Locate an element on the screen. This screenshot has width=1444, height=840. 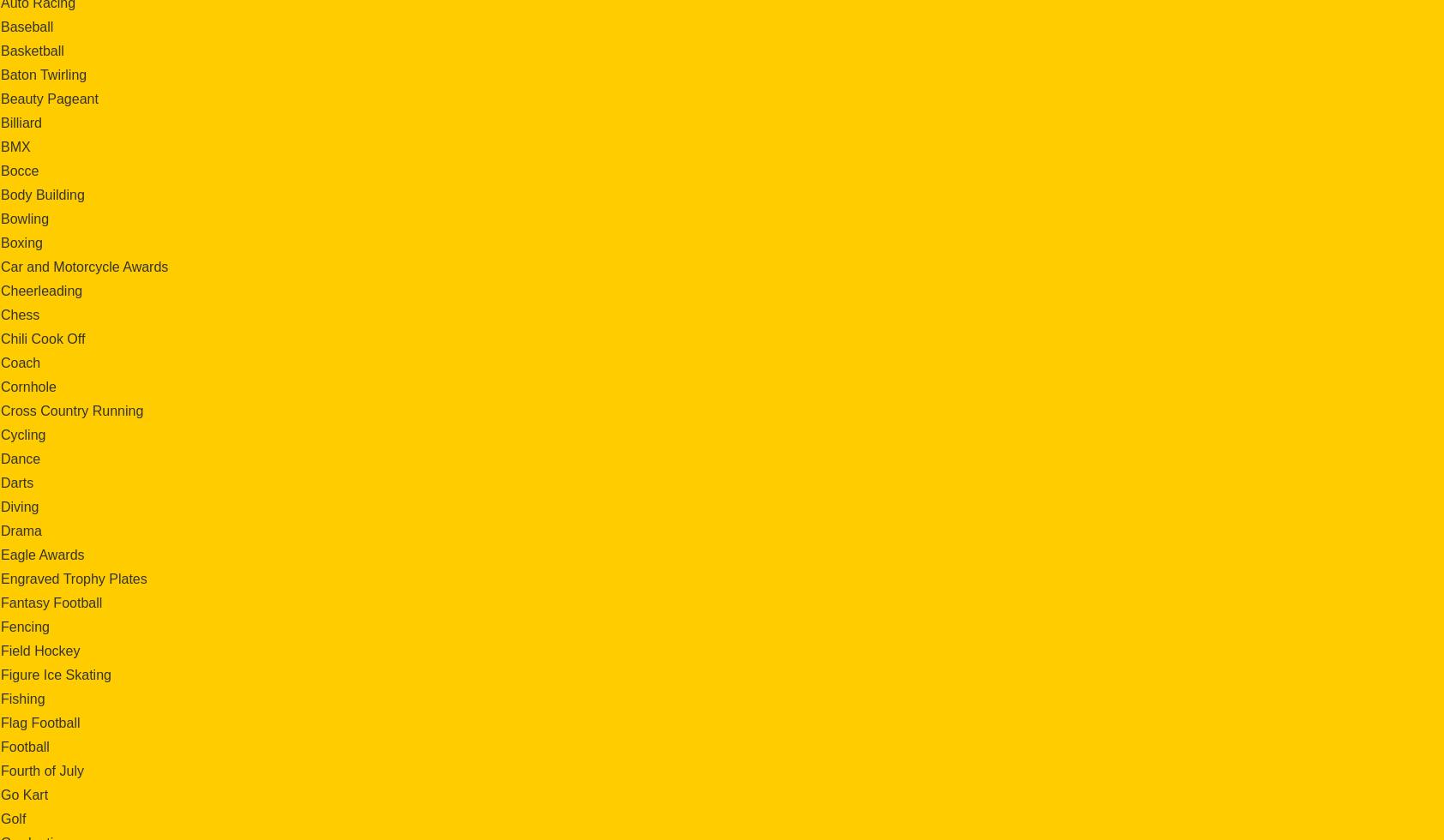
'Billiard' is located at coordinates (20, 122).